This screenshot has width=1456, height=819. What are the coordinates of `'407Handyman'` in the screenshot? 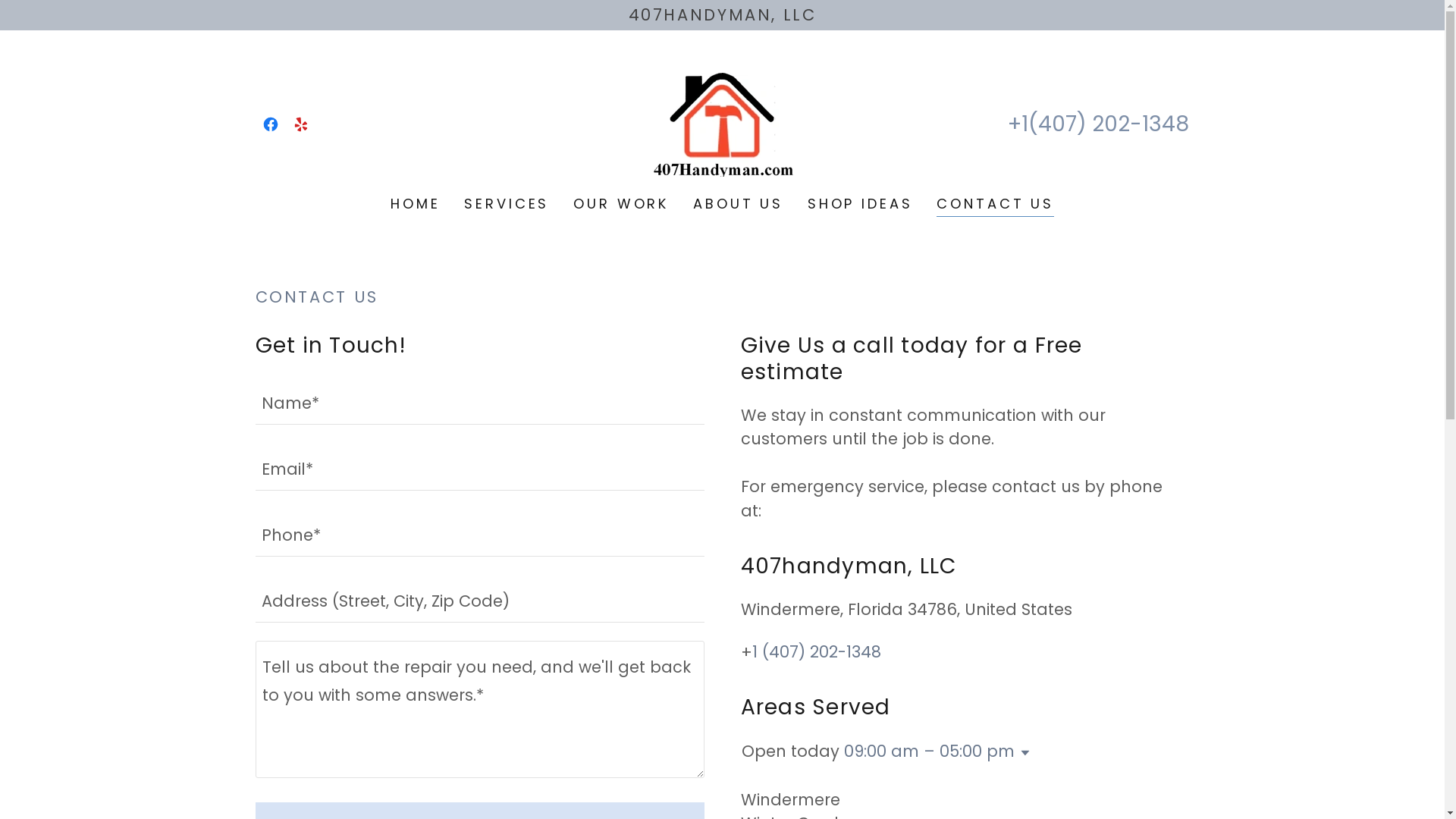 It's located at (721, 122).